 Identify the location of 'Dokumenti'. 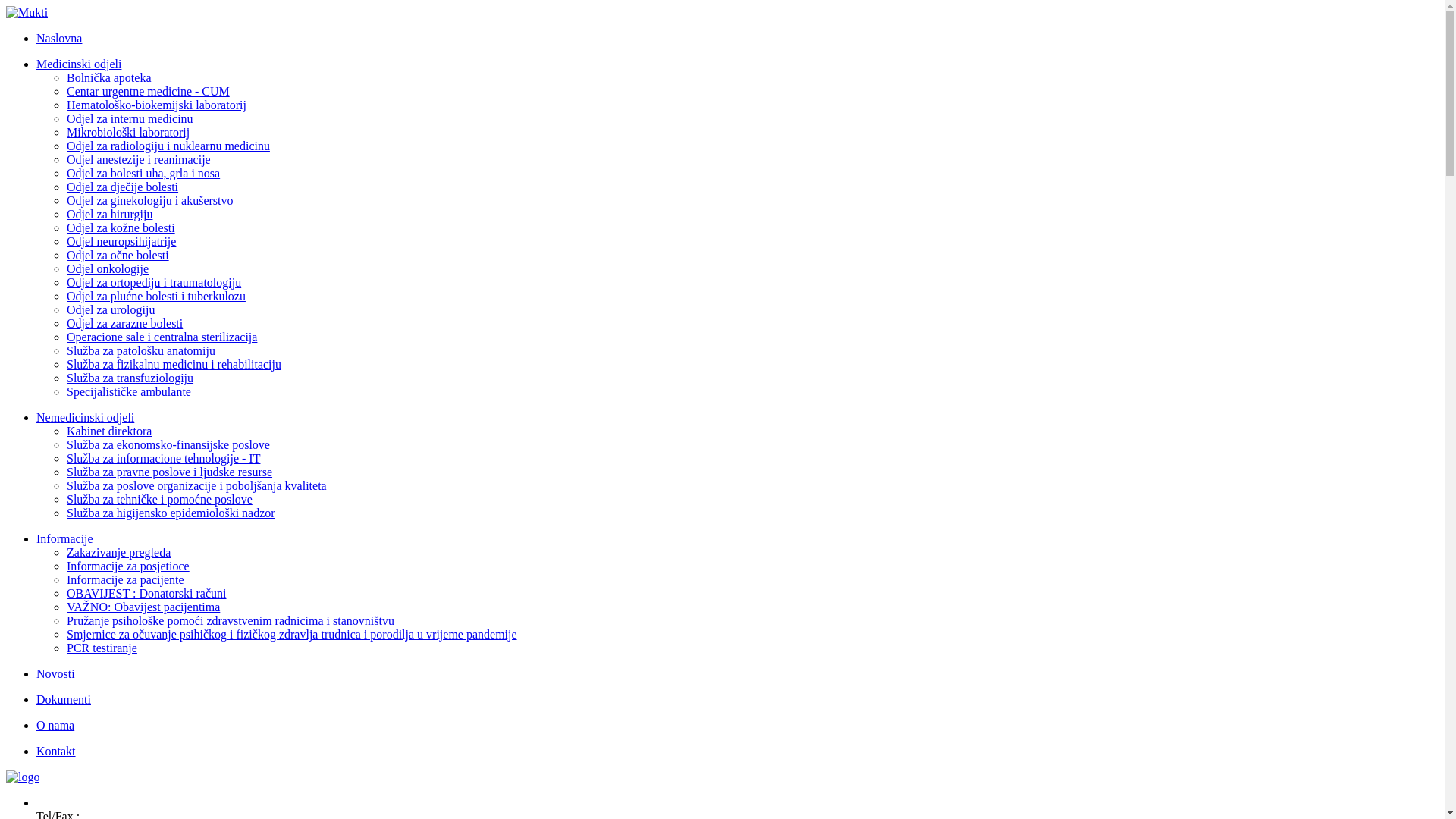
(62, 699).